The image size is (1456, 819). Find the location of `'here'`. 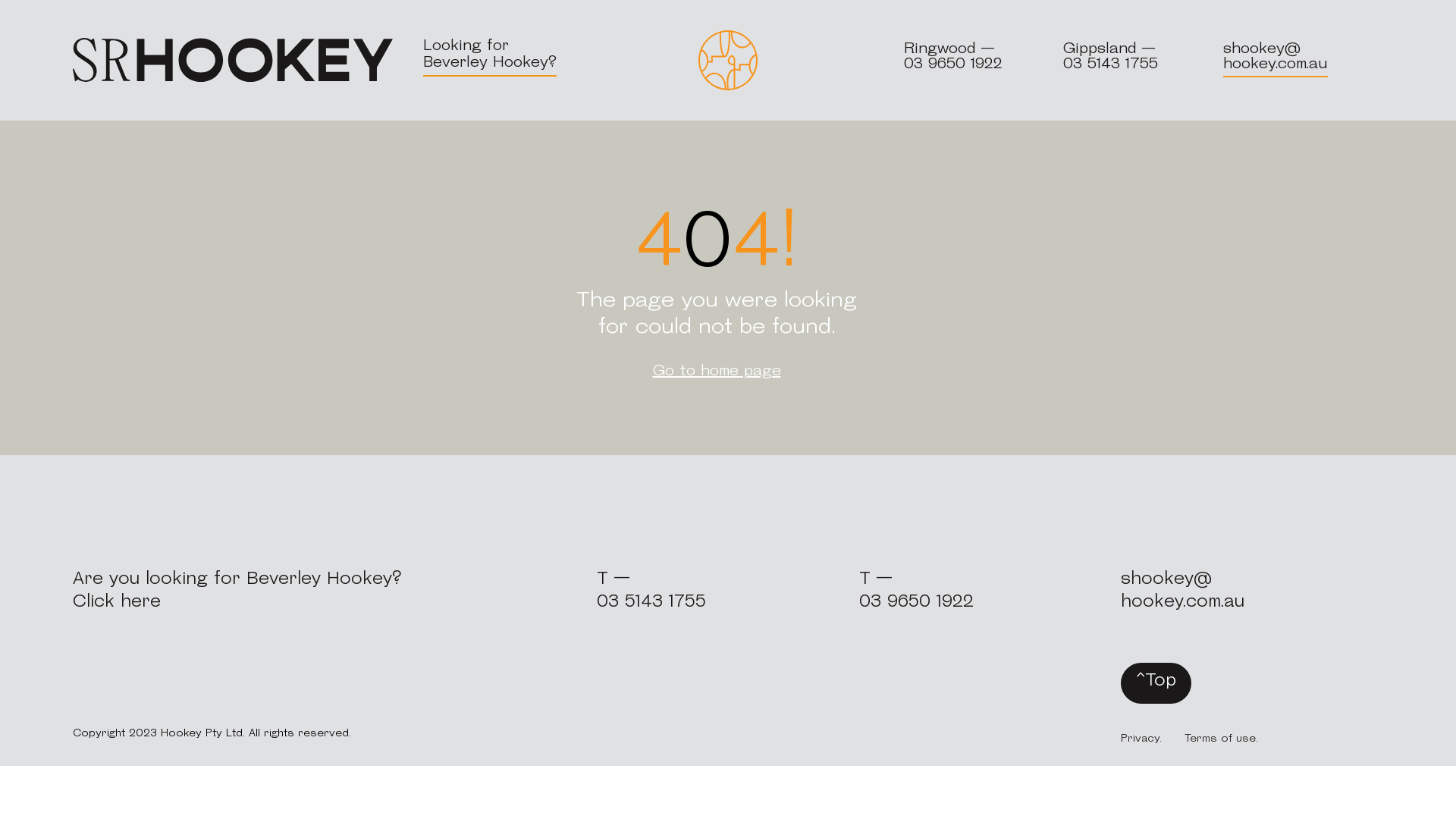

'here' is located at coordinates (119, 601).